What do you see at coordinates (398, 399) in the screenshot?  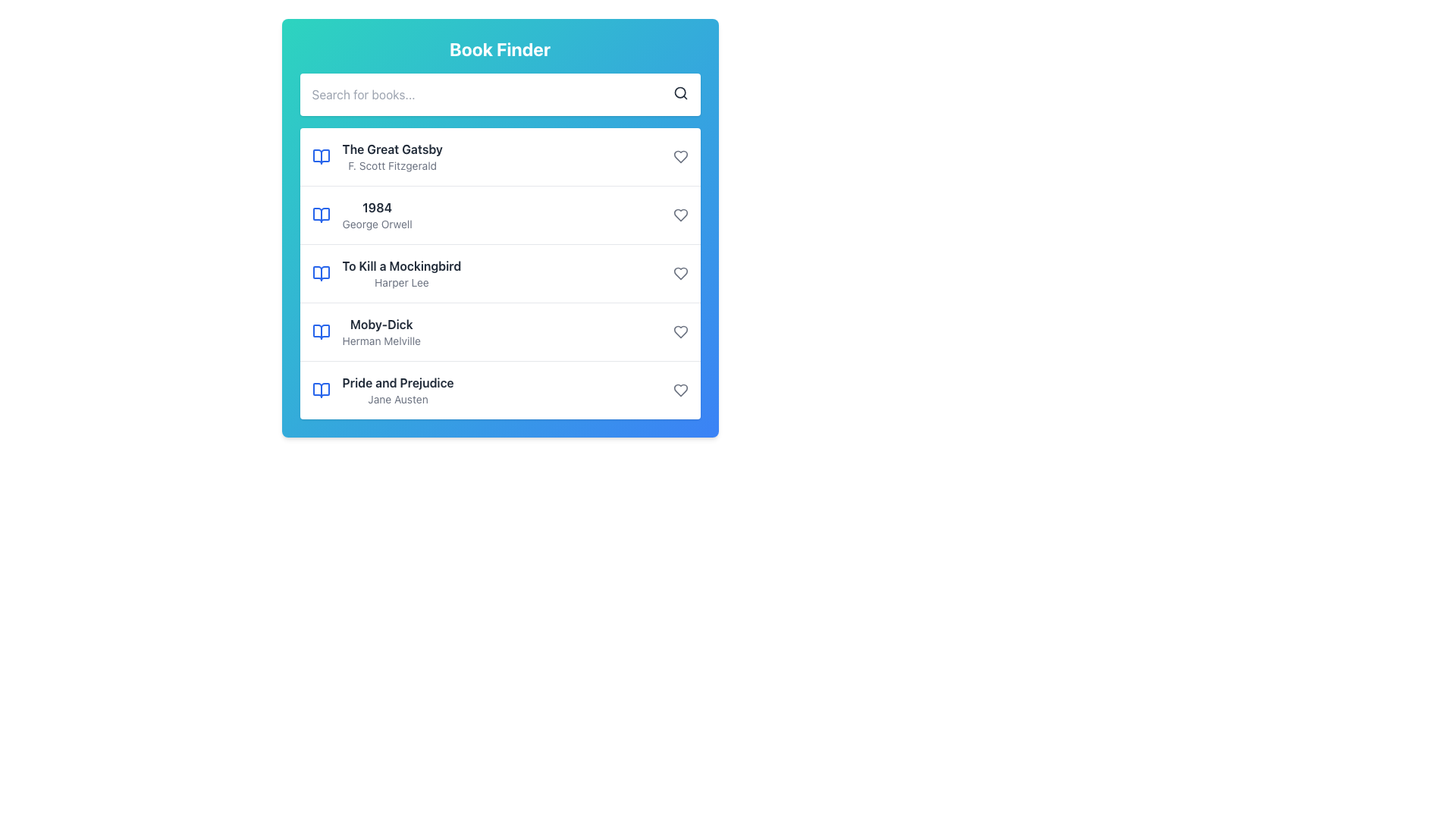 I see `the text label displaying 'Jane Austen', which is styled in light gray and positioned below the book title 'Pride and Prejudice'` at bounding box center [398, 399].